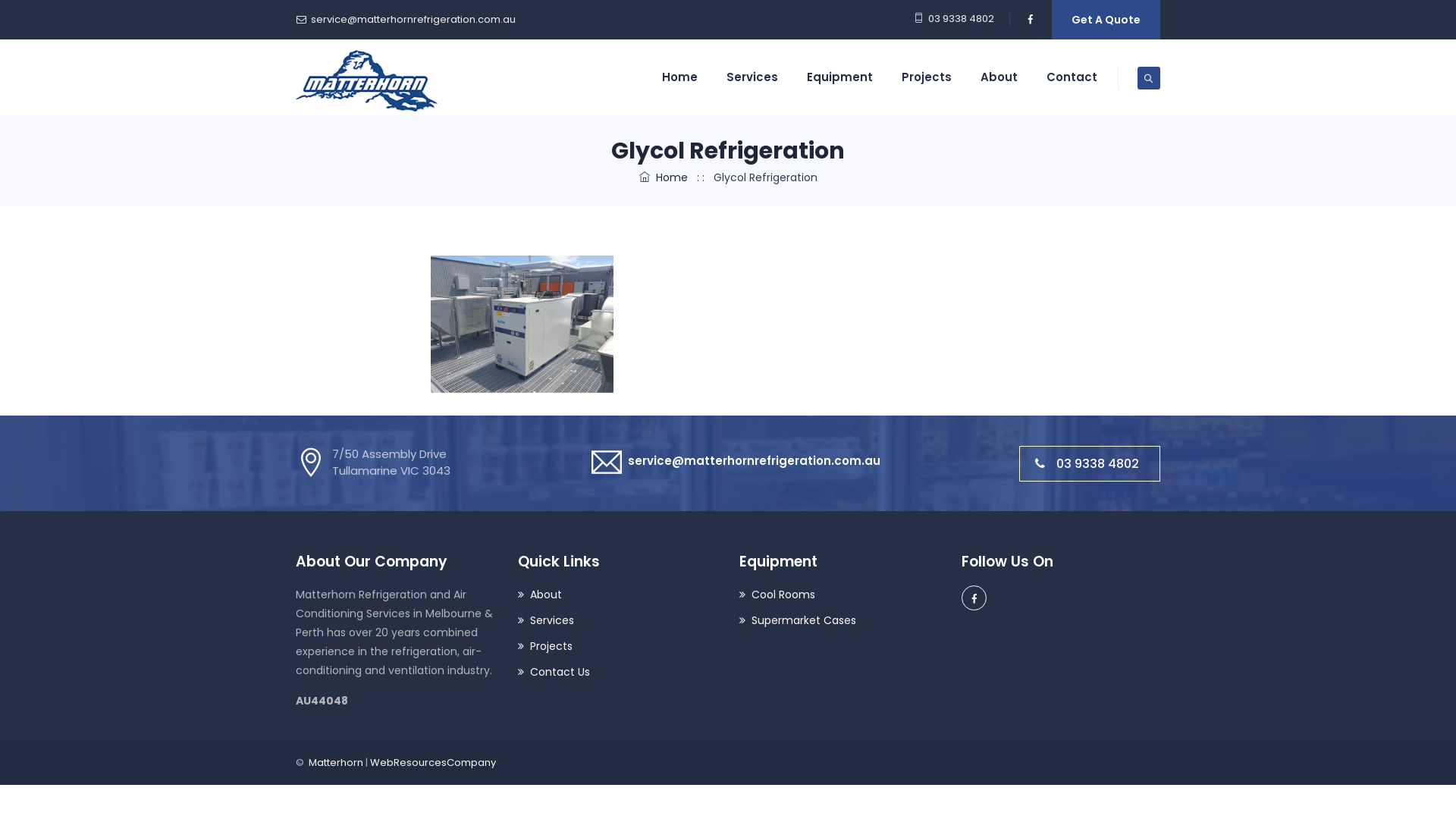 The height and width of the screenshot is (819, 1456). What do you see at coordinates (926, 77) in the screenshot?
I see `'Projects'` at bounding box center [926, 77].